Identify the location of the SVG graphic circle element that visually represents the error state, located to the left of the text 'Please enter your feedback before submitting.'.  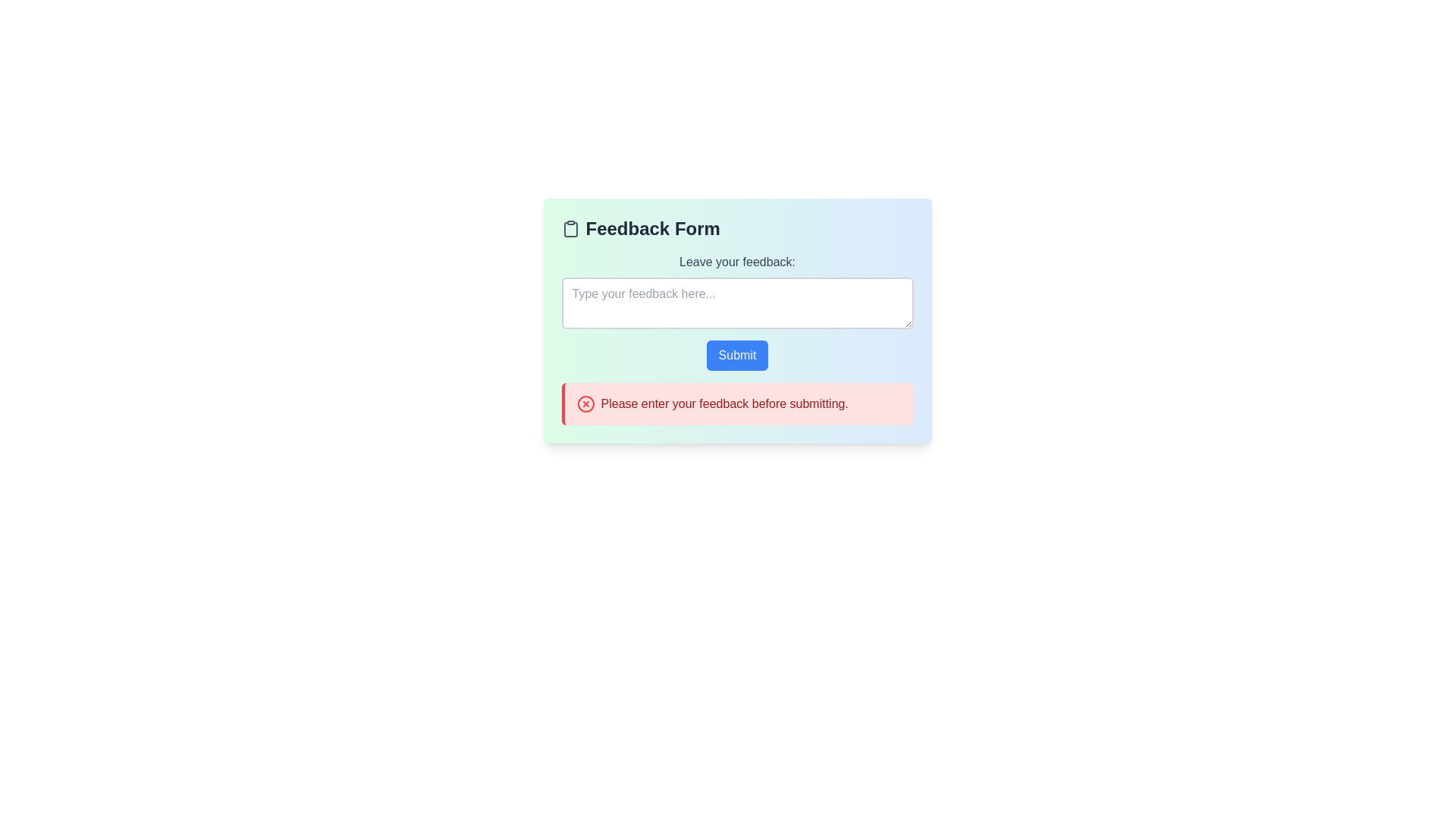
(585, 403).